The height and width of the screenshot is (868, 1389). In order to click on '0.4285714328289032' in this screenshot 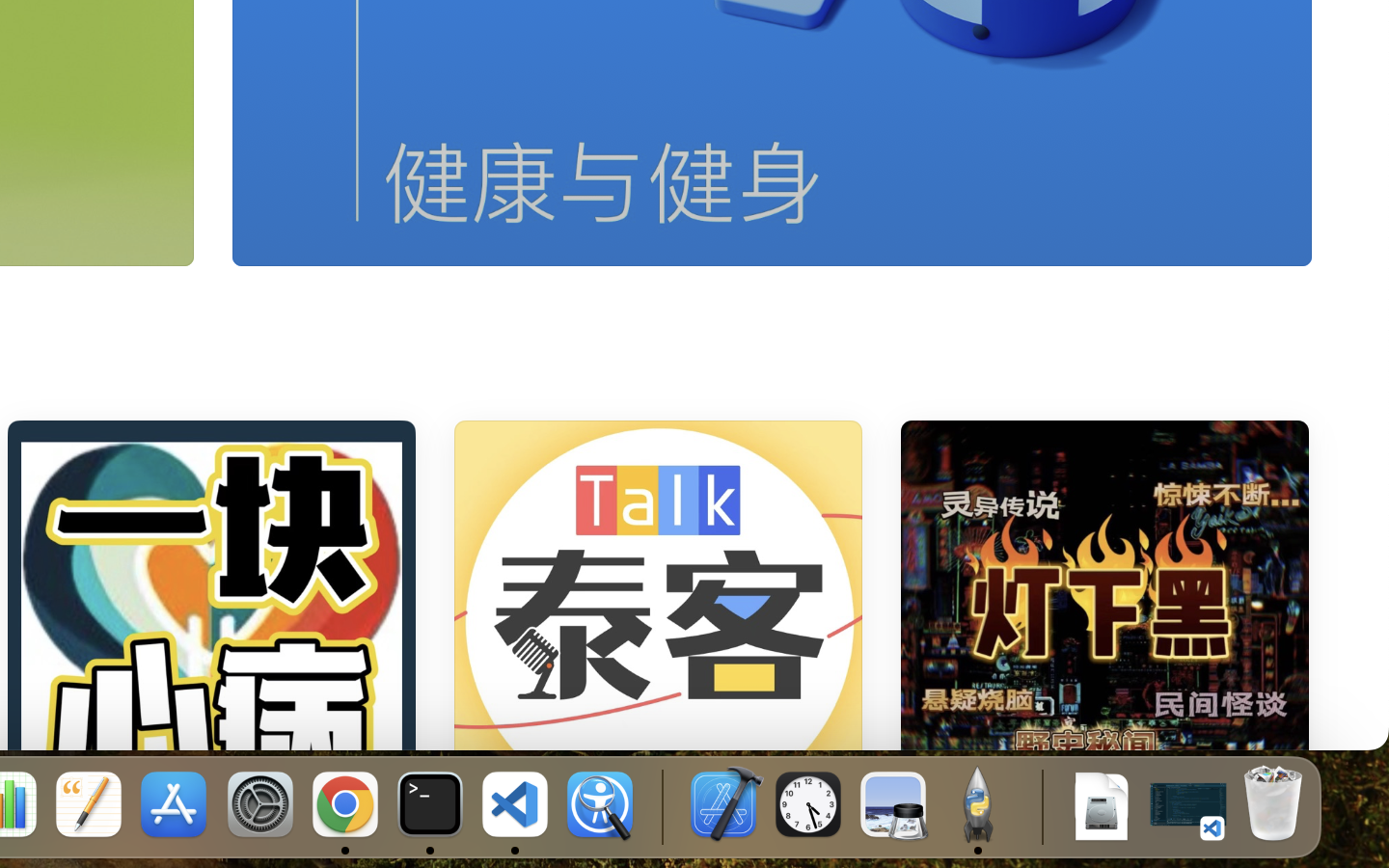, I will do `click(661, 805)`.